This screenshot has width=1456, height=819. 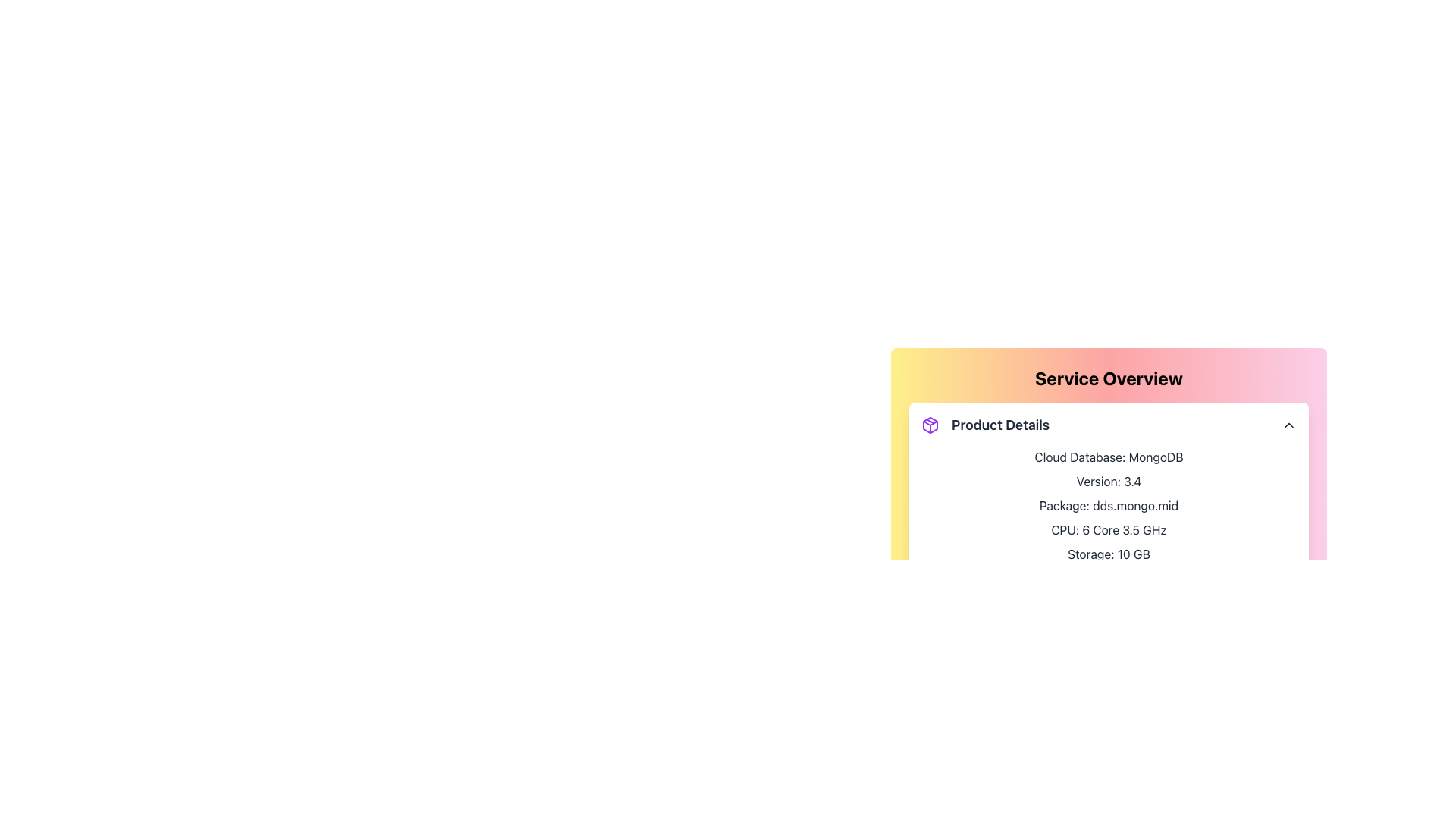 What do you see at coordinates (930, 425) in the screenshot?
I see `the purple cube icon located to the left of the 'Product Details' text within the 'Service Overview' card for further interaction` at bounding box center [930, 425].